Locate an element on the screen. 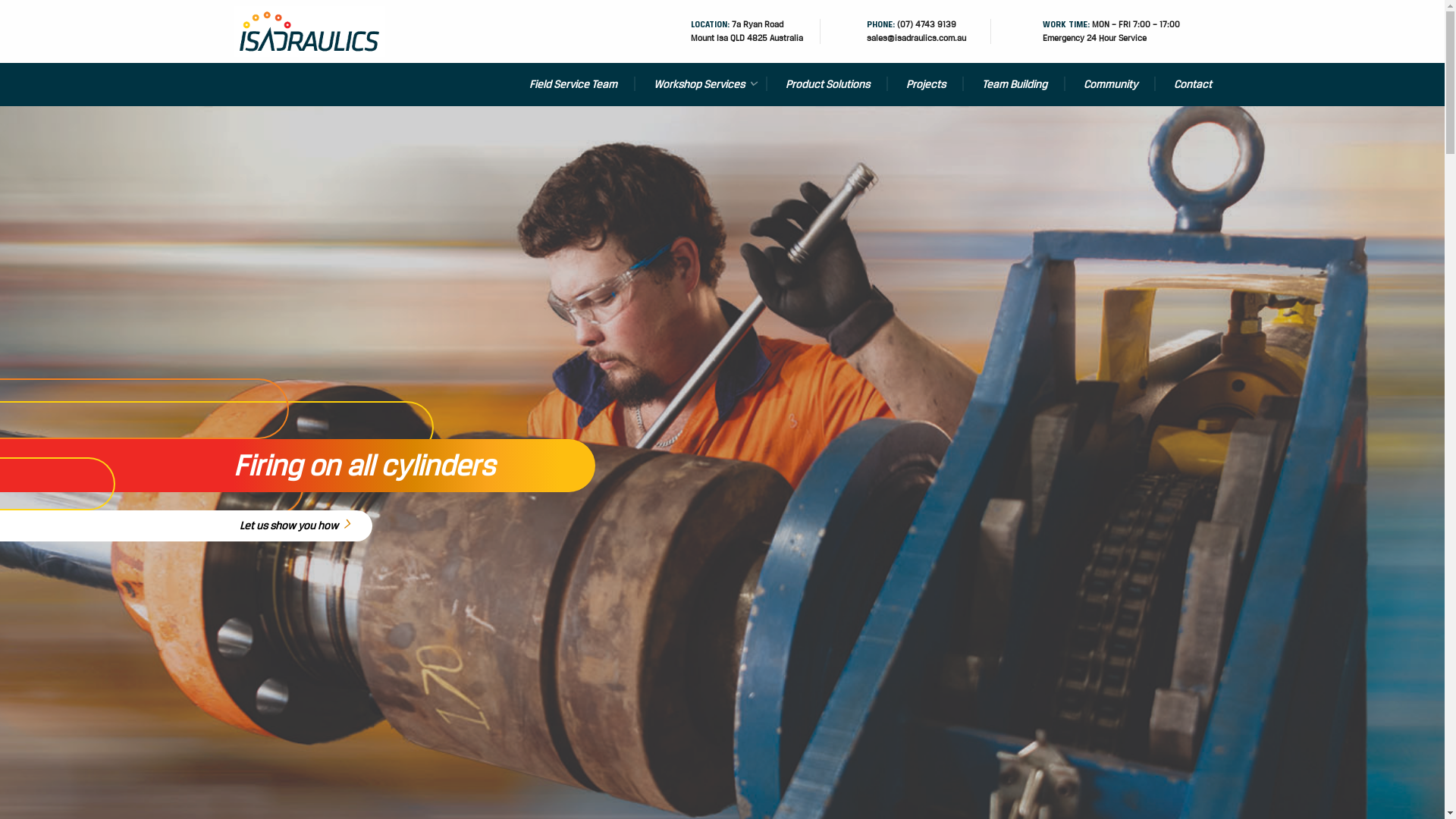 The width and height of the screenshot is (1456, 819). 'Team Building' is located at coordinates (1014, 84).